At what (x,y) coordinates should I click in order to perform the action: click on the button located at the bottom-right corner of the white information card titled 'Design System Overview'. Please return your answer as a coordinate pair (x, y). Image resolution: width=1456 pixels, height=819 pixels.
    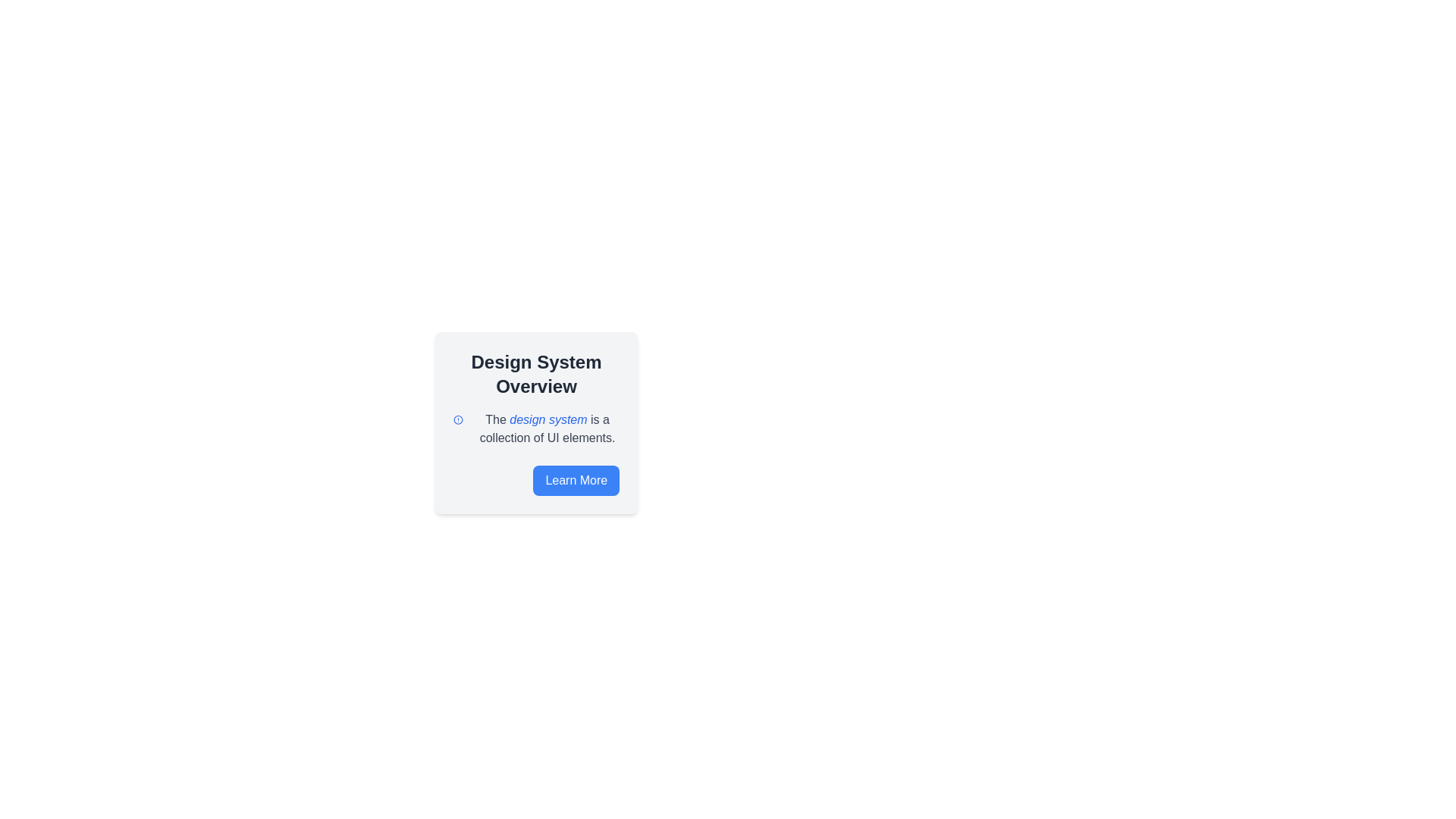
    Looking at the image, I should click on (576, 480).